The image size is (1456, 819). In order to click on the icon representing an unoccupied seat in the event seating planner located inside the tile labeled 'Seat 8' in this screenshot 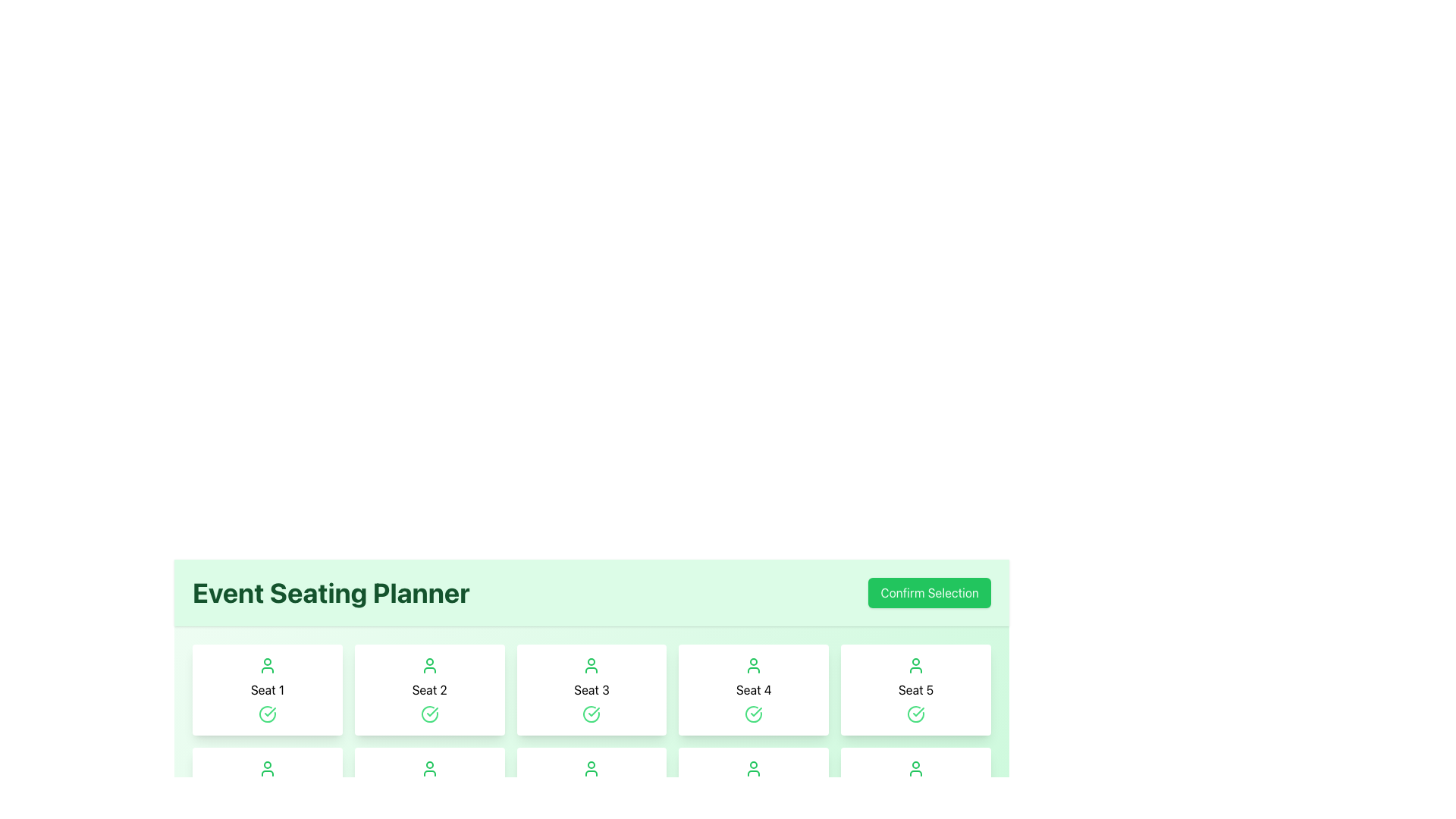, I will do `click(591, 769)`.